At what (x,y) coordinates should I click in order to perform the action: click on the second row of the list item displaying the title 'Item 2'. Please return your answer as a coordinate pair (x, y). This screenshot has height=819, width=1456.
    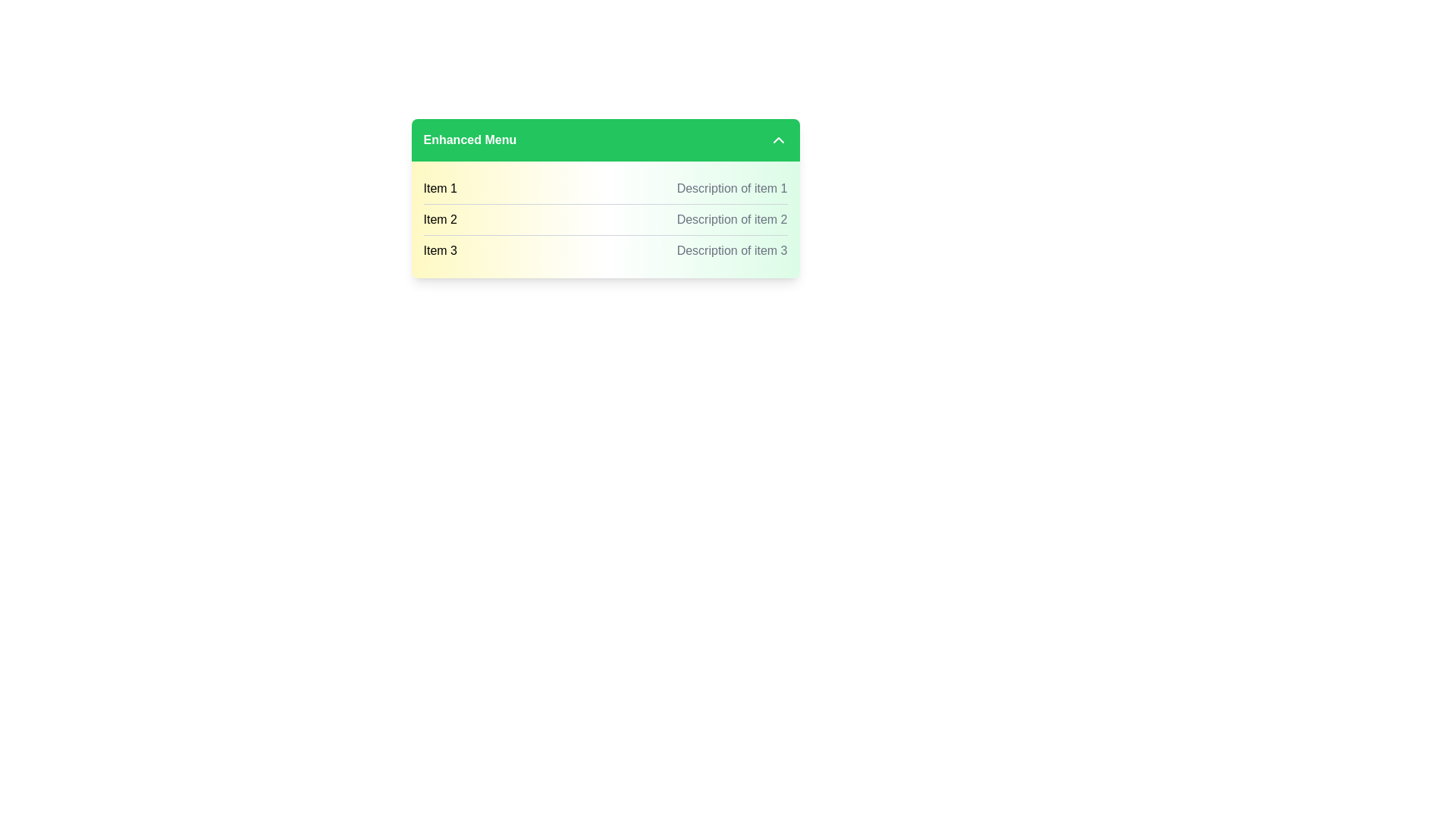
    Looking at the image, I should click on (604, 219).